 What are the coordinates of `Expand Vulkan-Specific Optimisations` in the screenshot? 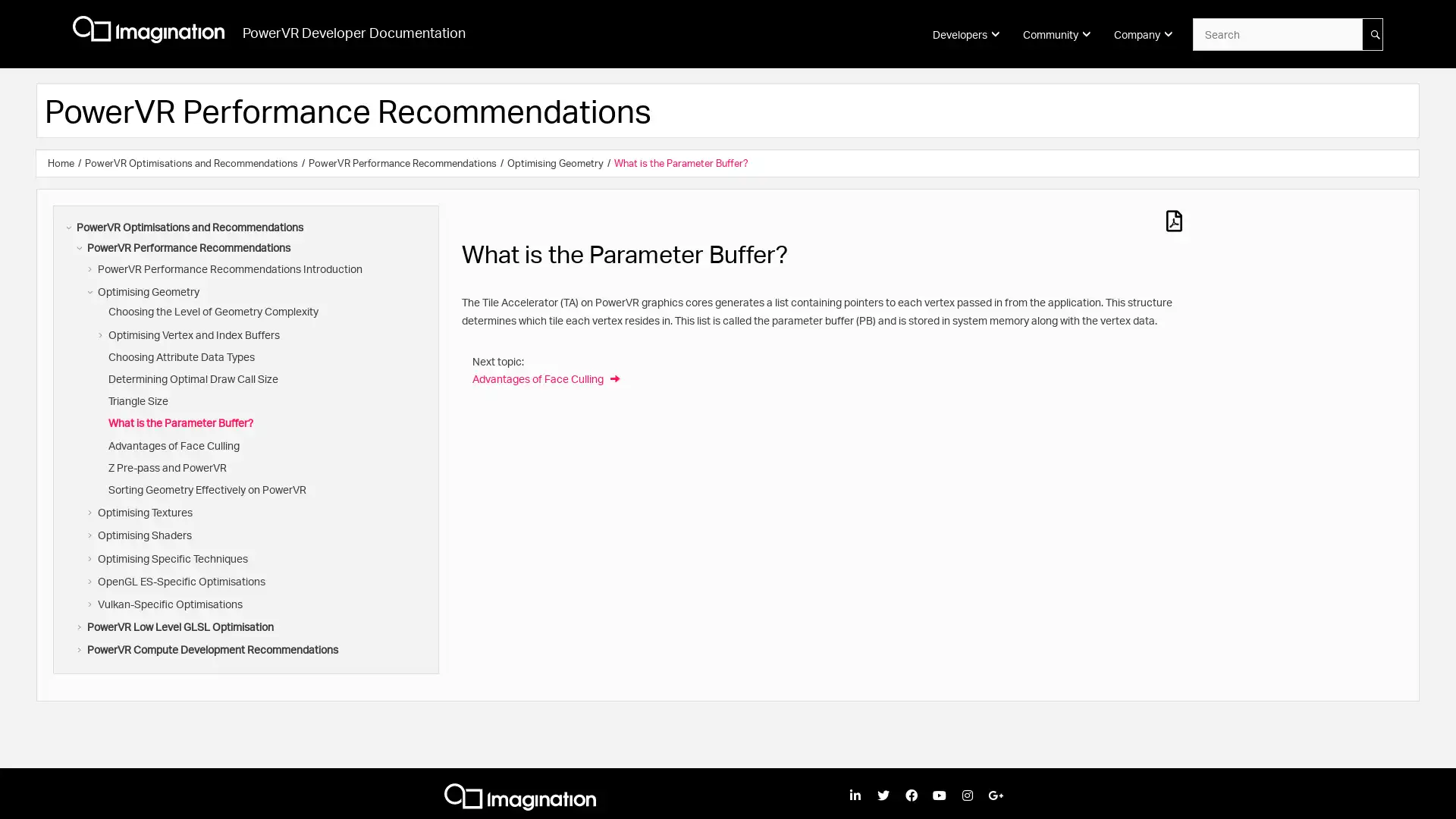 It's located at (90, 603).